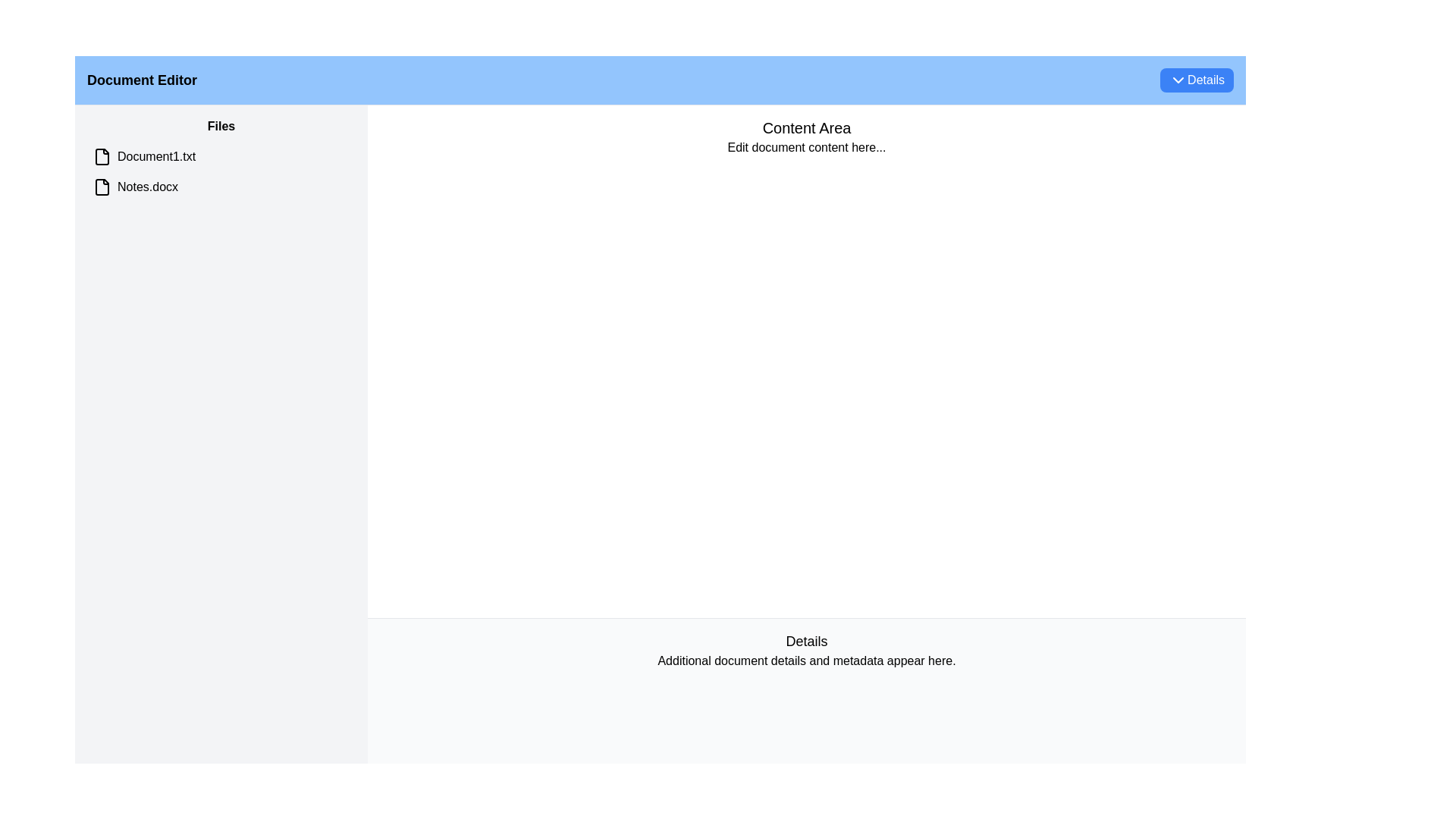 This screenshot has width=1456, height=819. Describe the element at coordinates (1196, 80) in the screenshot. I see `the 'Details' button located on the top right side of the 'Document Editor' header bar, which has a blue background and a white text label with a chevron icon` at that location.